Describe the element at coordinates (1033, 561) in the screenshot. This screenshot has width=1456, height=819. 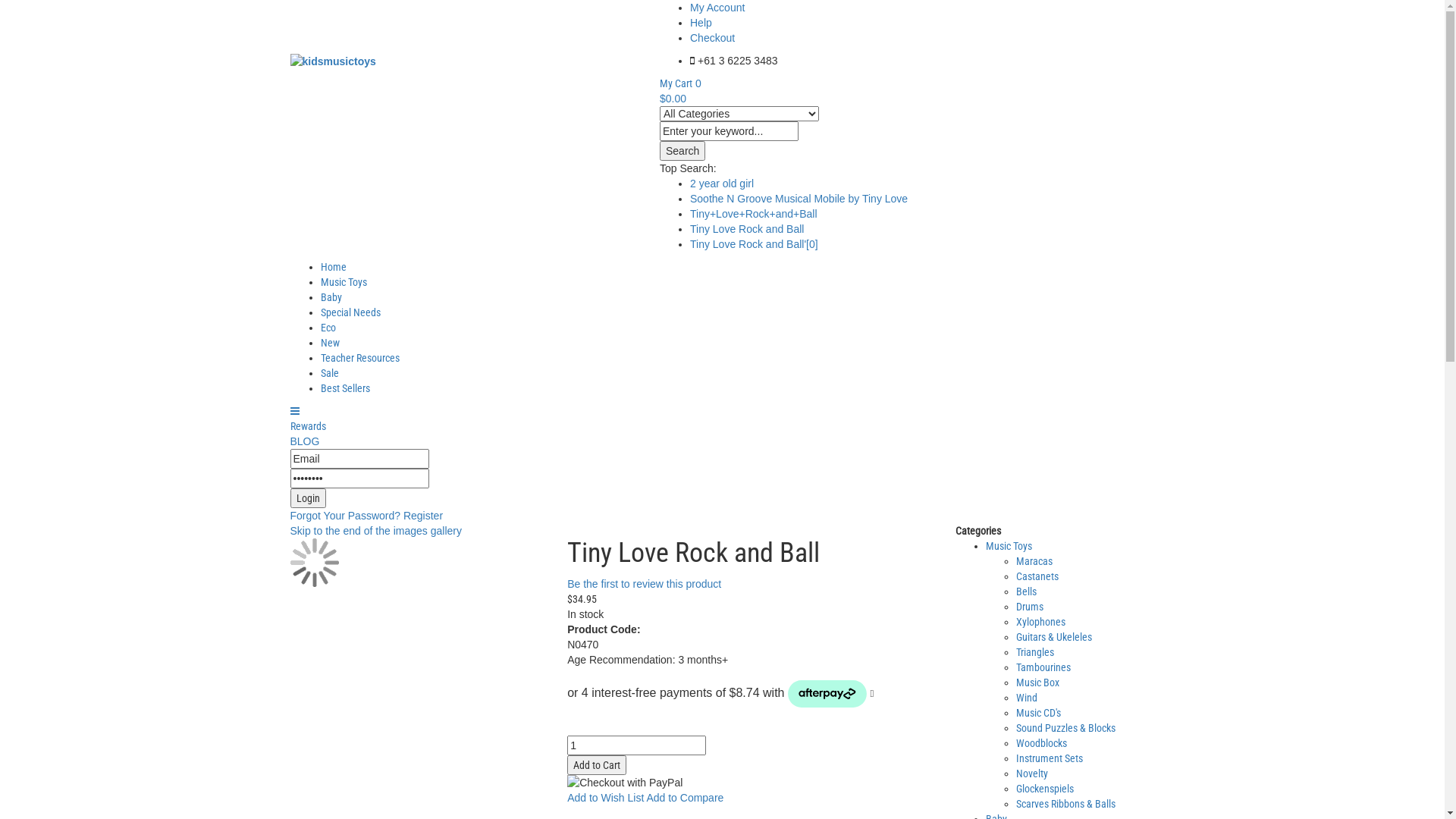
I see `'Maracas'` at that location.